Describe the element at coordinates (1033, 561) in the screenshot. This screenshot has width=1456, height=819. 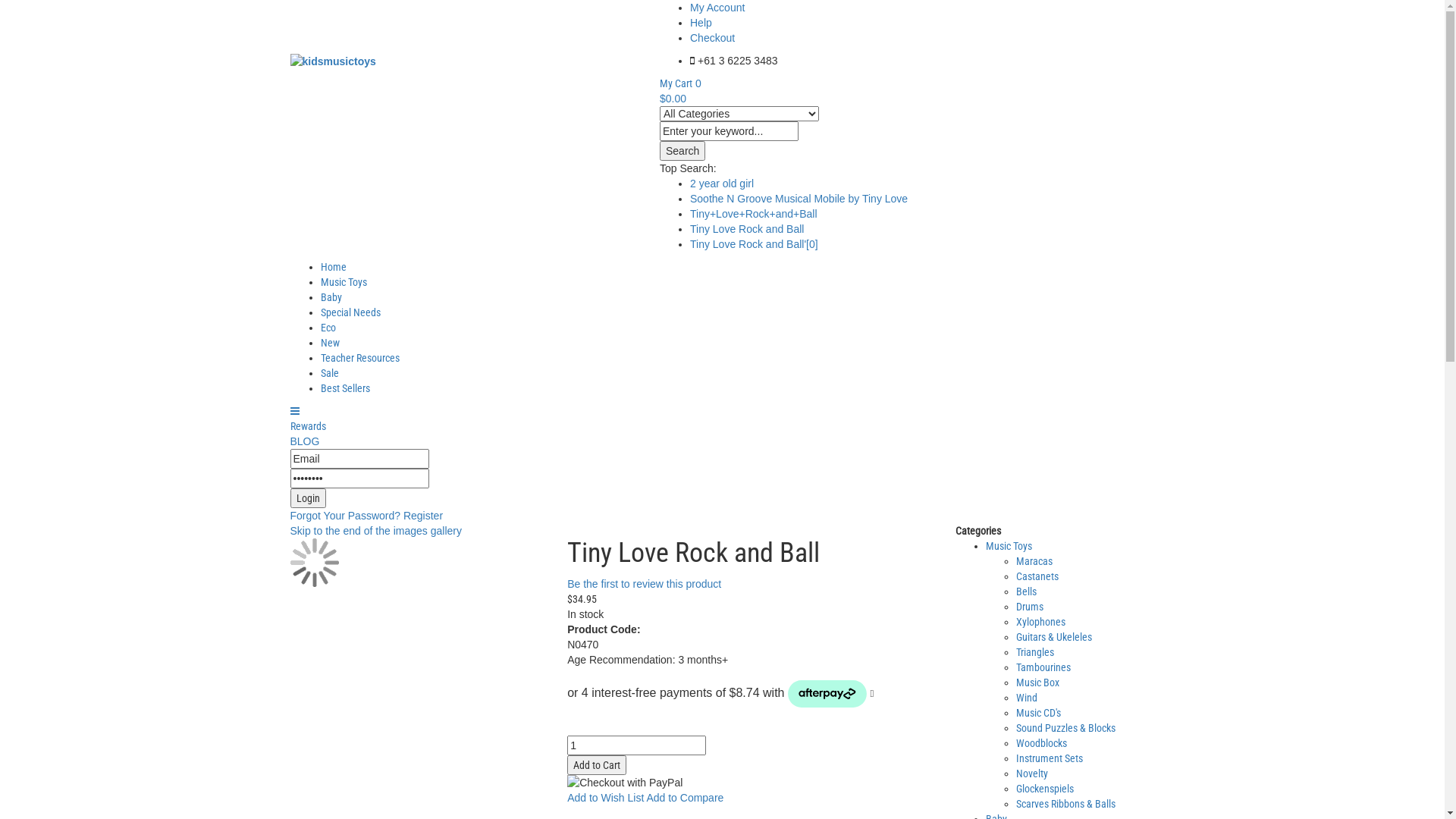
I see `'Maracas'` at that location.